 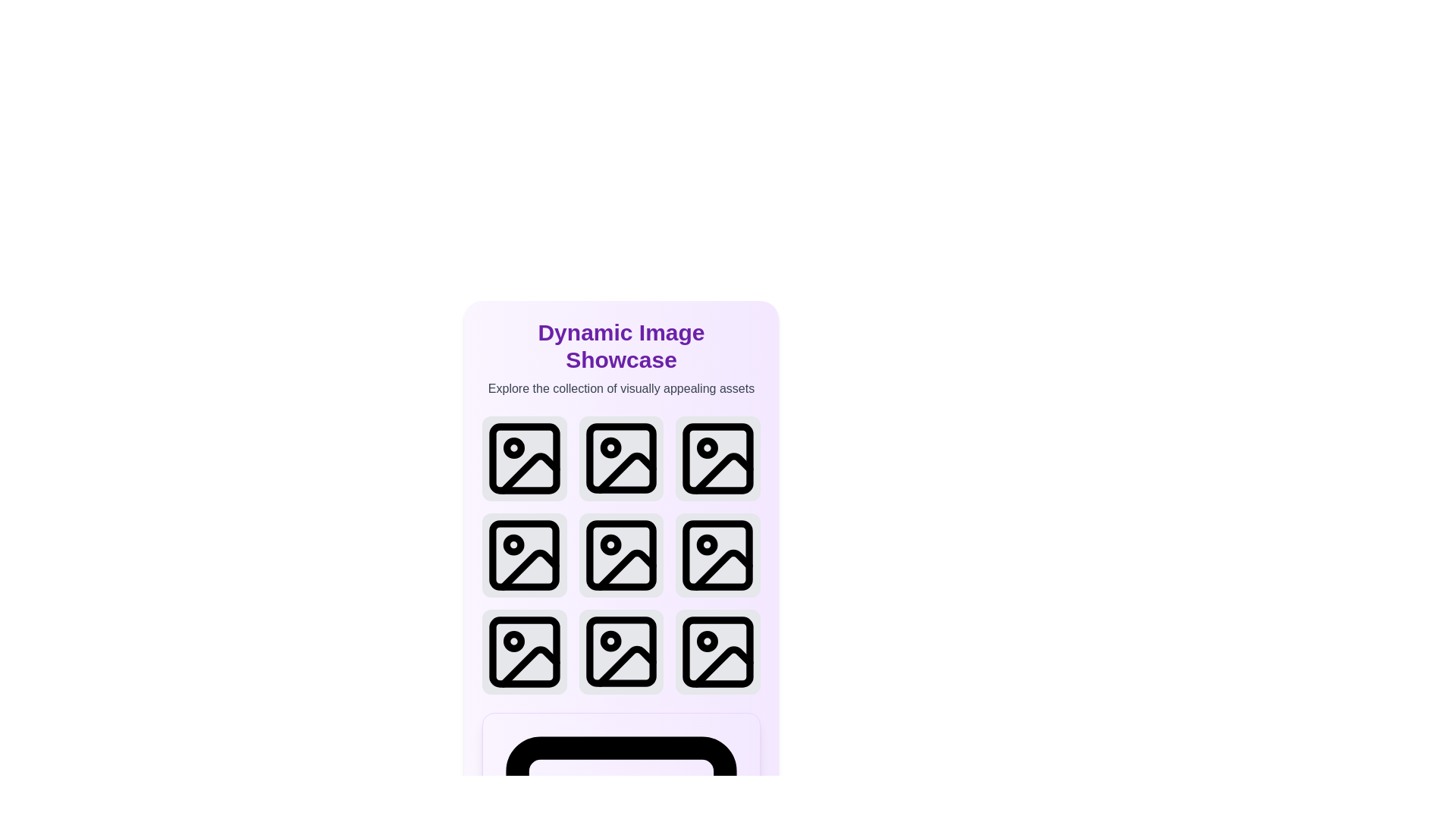 I want to click on the rectangular image placeholder with a light gray background and rounded corners located in the bottom-right corner of the 3x3 grid layout, so click(x=717, y=651).